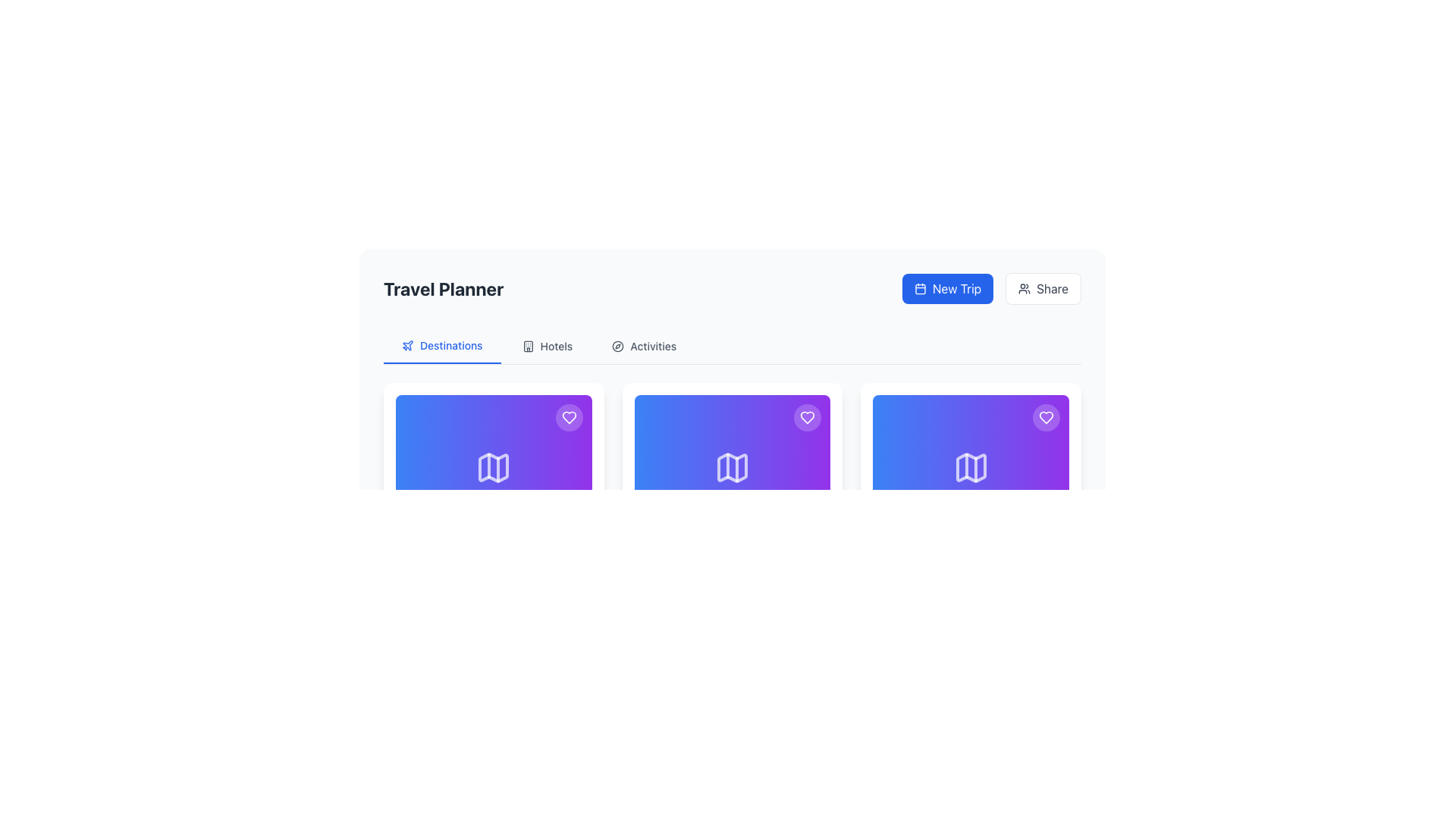 Image resolution: width=1456 pixels, height=819 pixels. I want to click on the stylized map icon within the blue gradient card located, so click(494, 467).